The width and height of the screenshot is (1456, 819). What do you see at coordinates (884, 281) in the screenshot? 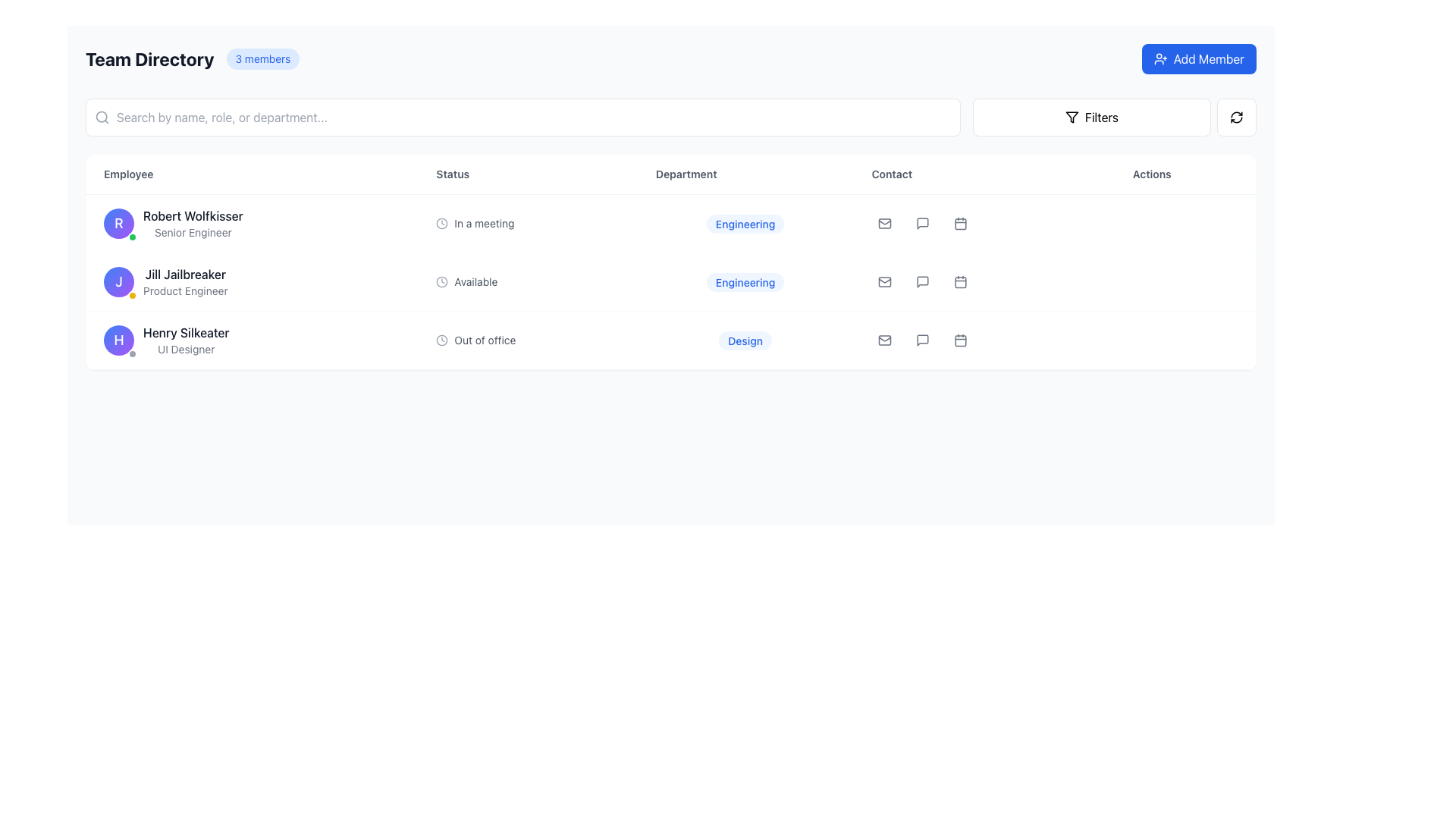
I see `the white envelope icon in the 'Contact' section to initiate email composition for 'Jill Jailbreaker' in the 'Team Directory' interface` at bounding box center [884, 281].